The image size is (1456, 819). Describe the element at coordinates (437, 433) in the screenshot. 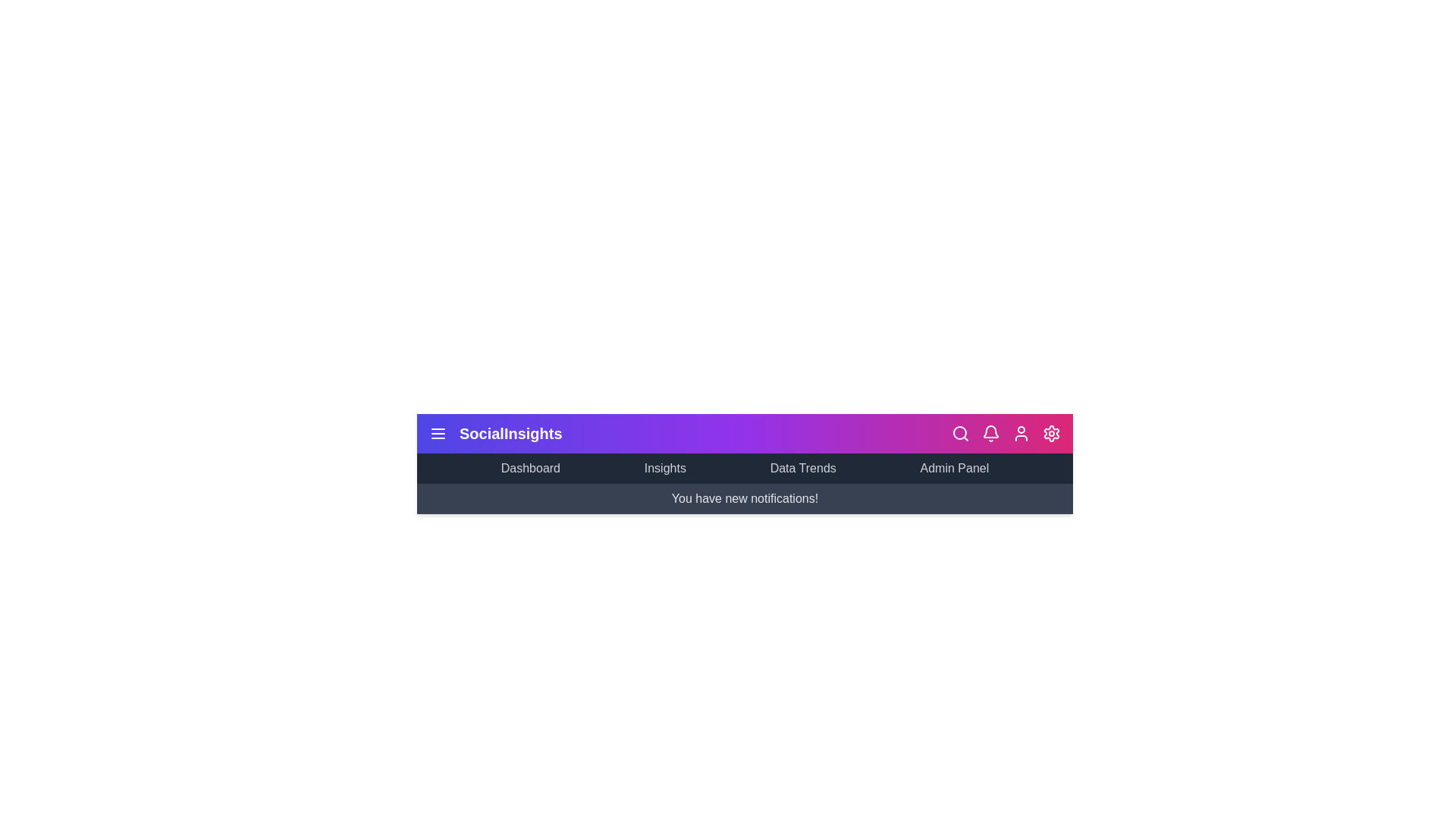

I see `the menu icon to toggle the menu visibility` at that location.